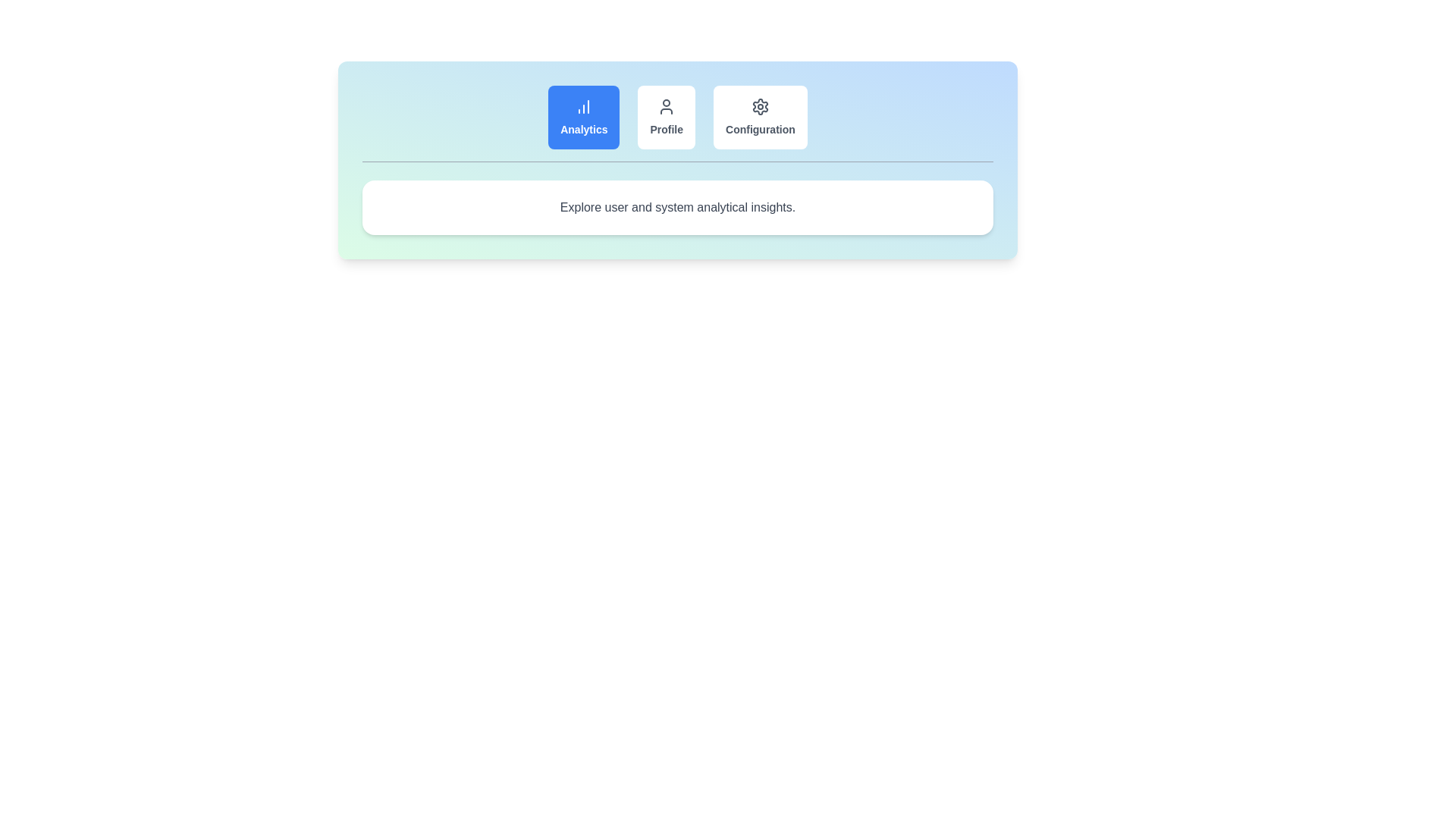  Describe the element at coordinates (666, 116) in the screenshot. I see `the tab labeled Profile to view its content` at that location.